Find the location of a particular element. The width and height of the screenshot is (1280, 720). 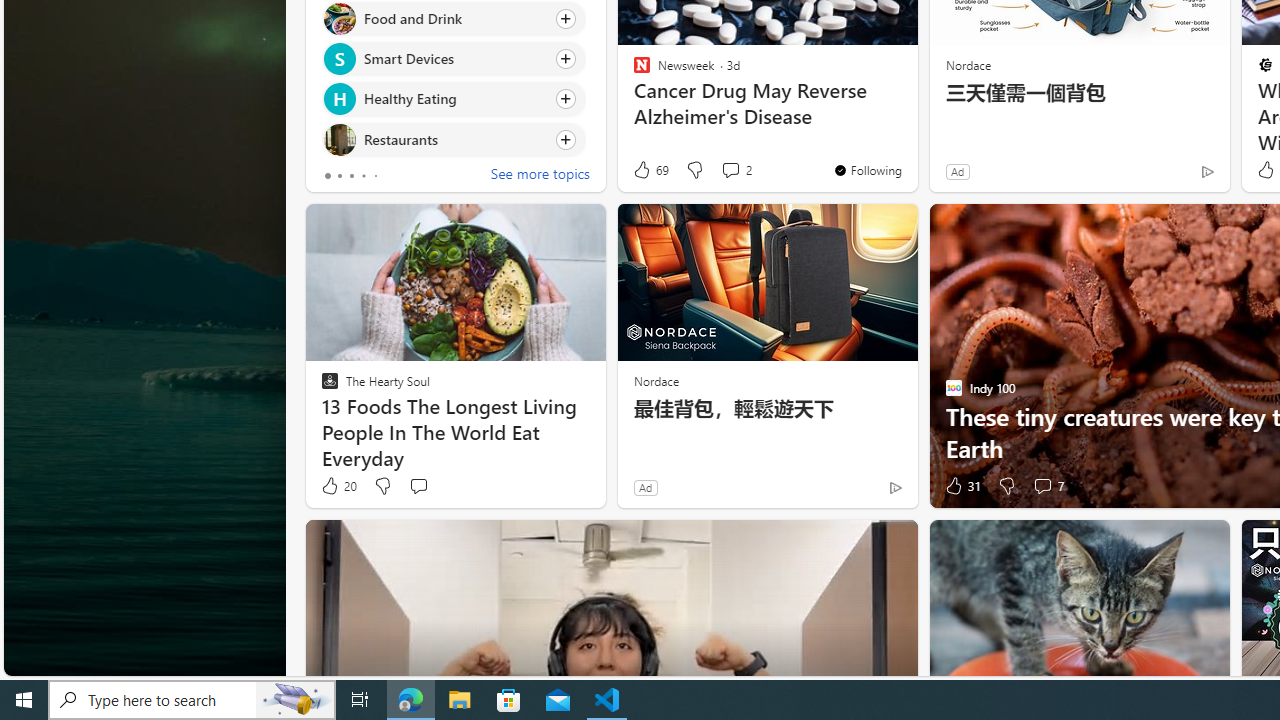

'Restaurants' is located at coordinates (339, 138).